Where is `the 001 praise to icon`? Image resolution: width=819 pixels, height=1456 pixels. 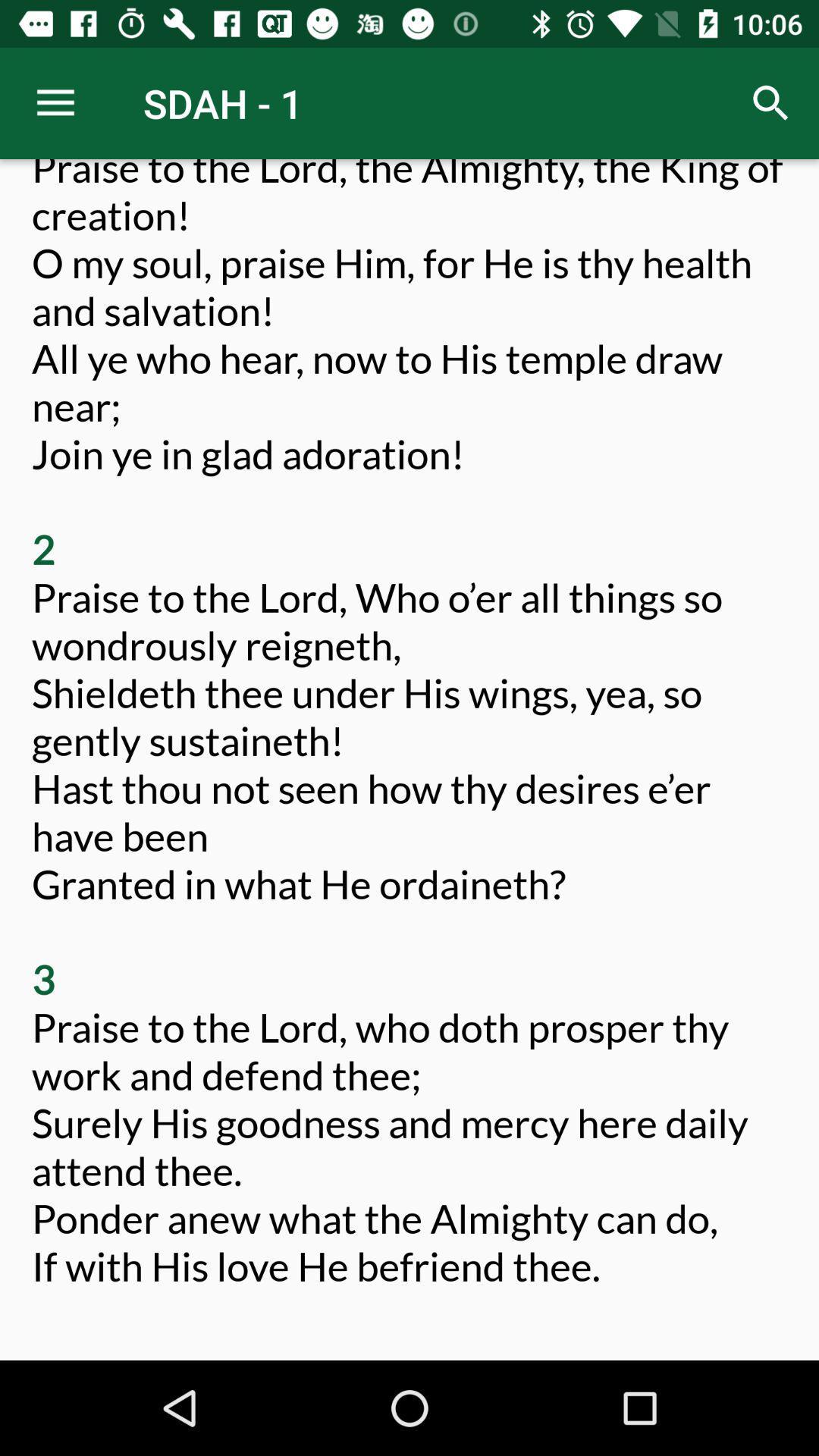 the 001 praise to icon is located at coordinates (409, 748).